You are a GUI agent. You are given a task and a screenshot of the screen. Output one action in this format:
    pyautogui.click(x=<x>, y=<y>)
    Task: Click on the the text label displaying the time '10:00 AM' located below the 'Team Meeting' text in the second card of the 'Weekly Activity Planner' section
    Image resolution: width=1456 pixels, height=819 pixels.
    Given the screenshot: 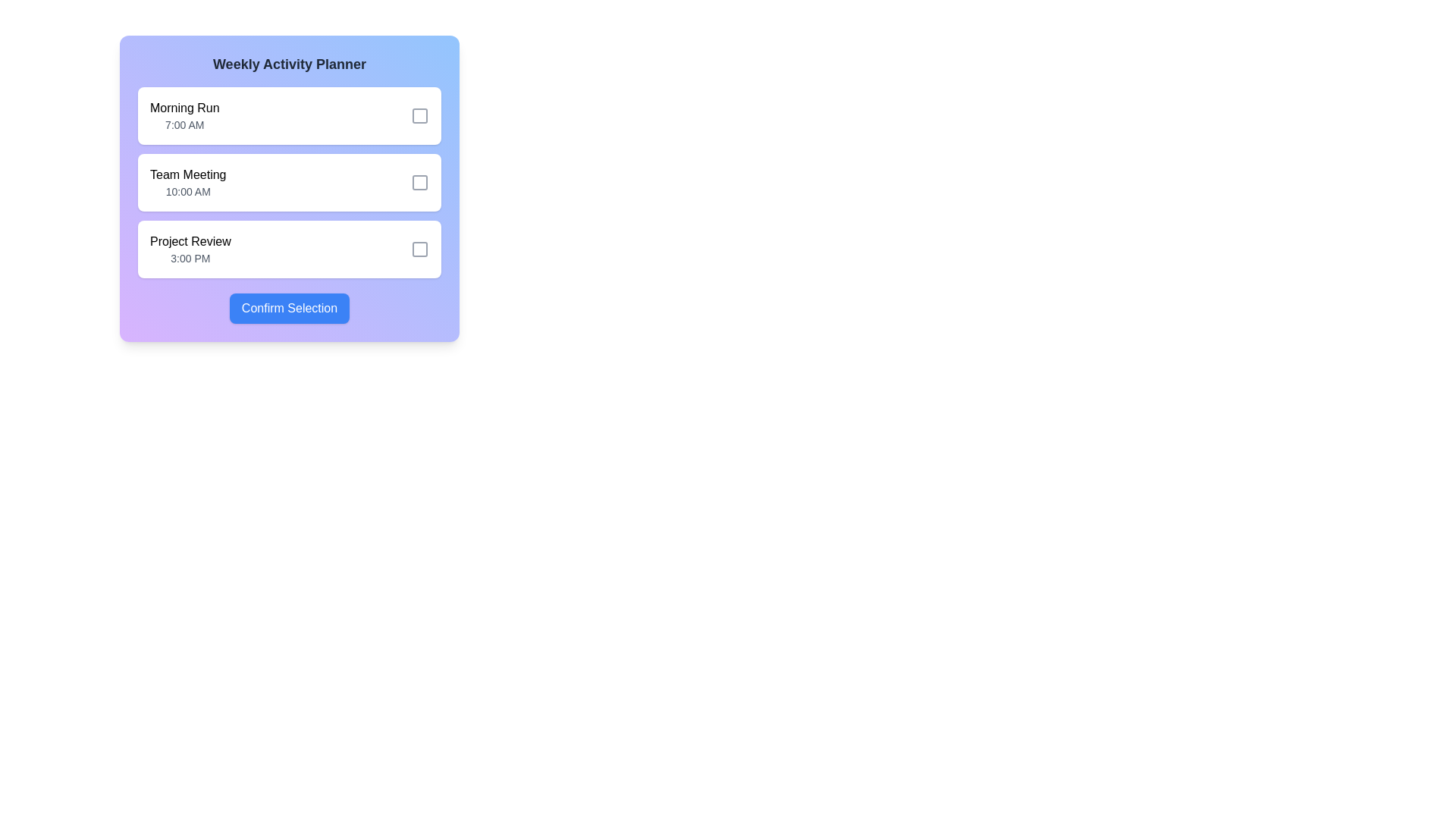 What is the action you would take?
    pyautogui.click(x=187, y=191)
    